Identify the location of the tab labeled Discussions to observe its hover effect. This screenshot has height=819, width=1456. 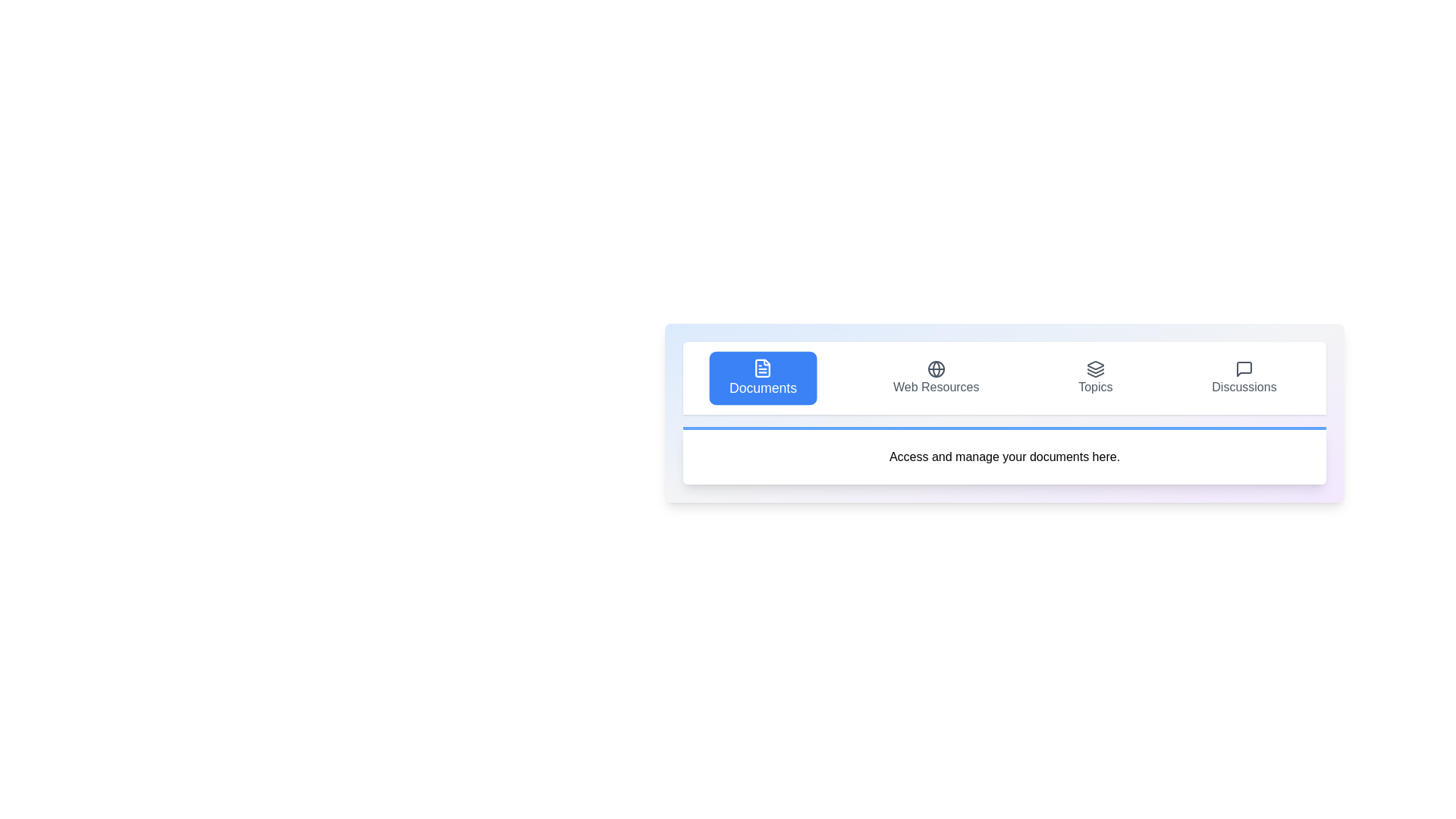
(1244, 377).